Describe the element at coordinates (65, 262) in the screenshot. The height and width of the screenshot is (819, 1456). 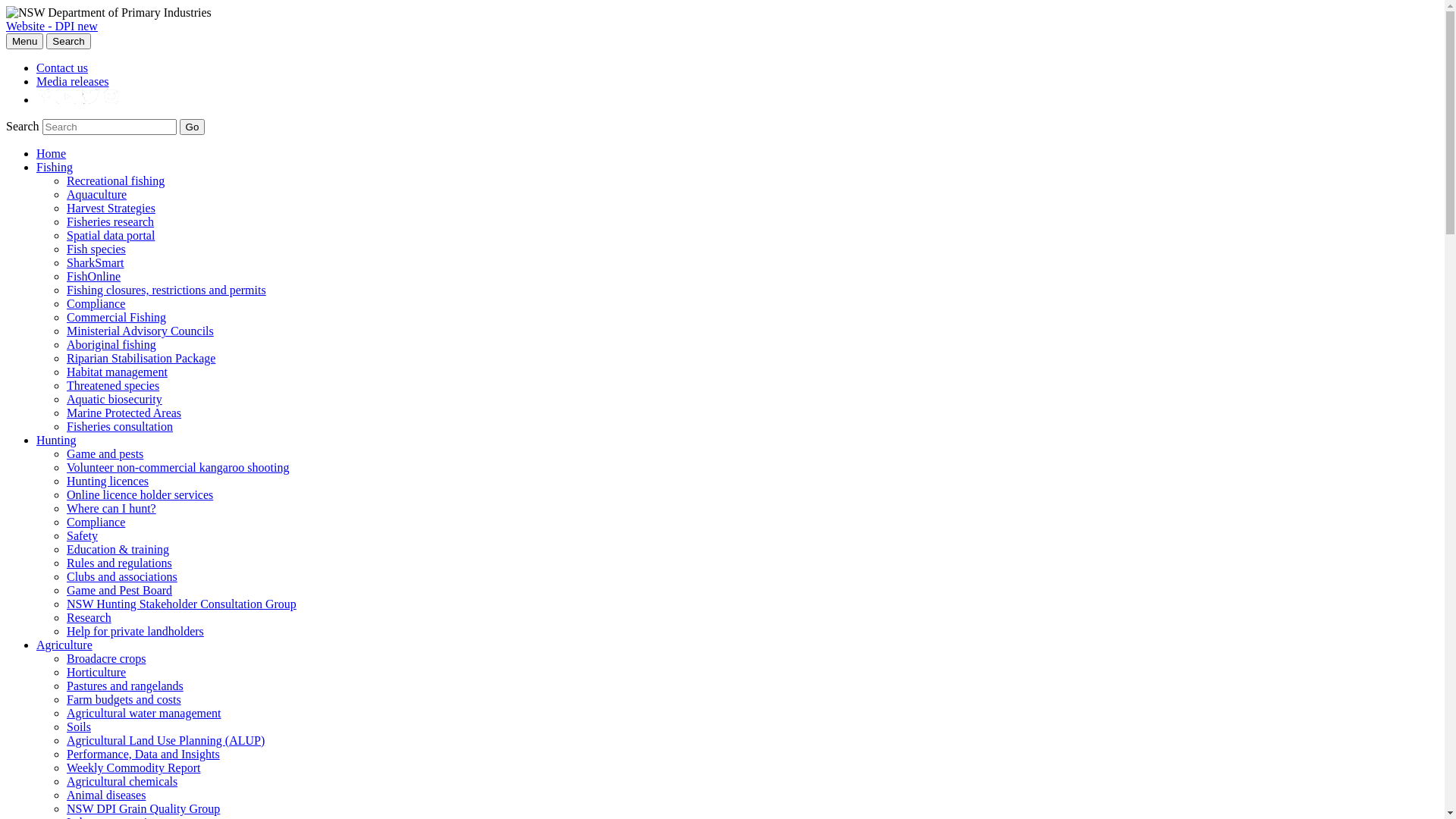
I see `'SharkSmart'` at that location.